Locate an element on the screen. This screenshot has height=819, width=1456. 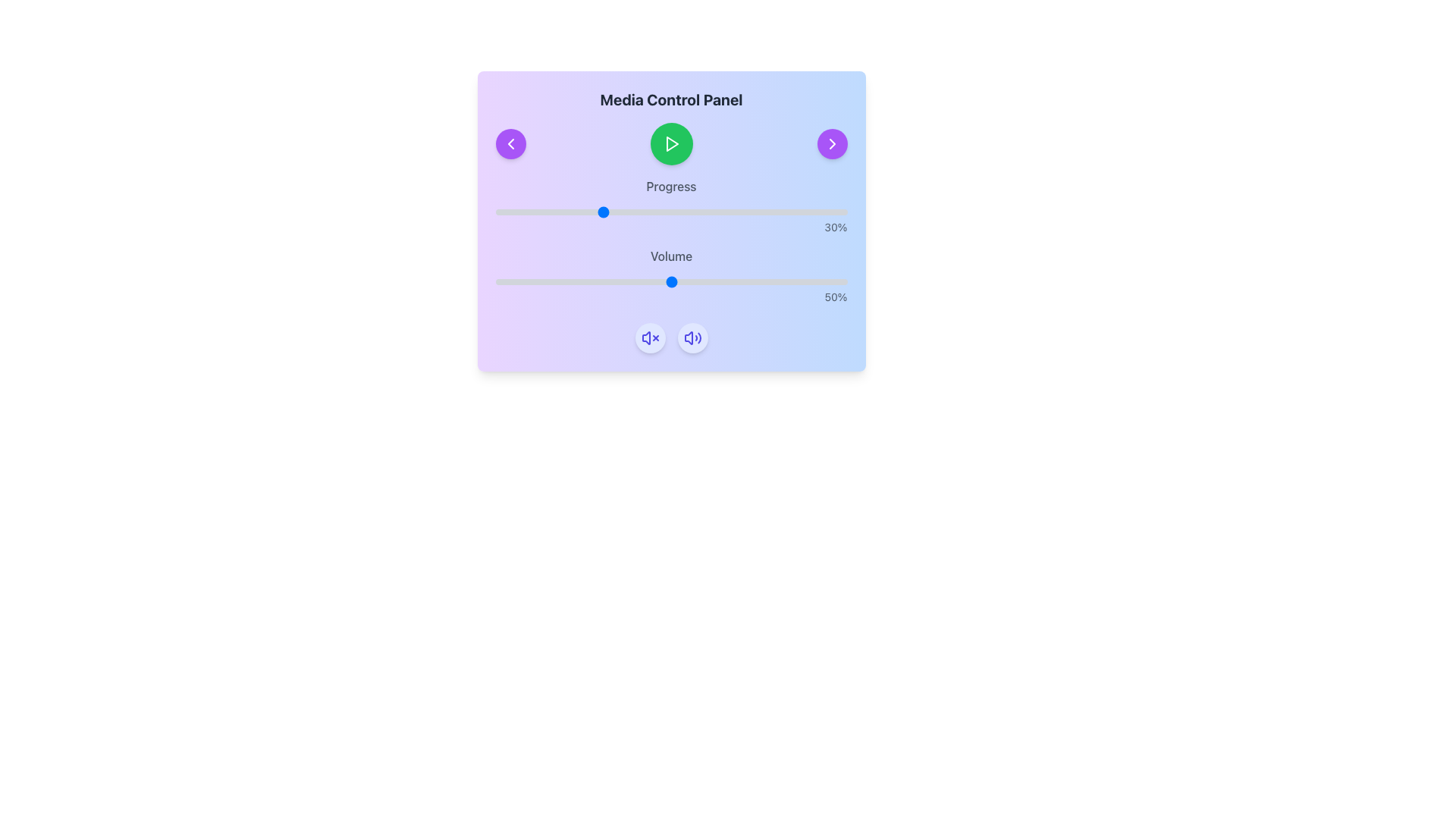
the circular button with a purple background and a white chevron icon pointing to the left is located at coordinates (510, 143).